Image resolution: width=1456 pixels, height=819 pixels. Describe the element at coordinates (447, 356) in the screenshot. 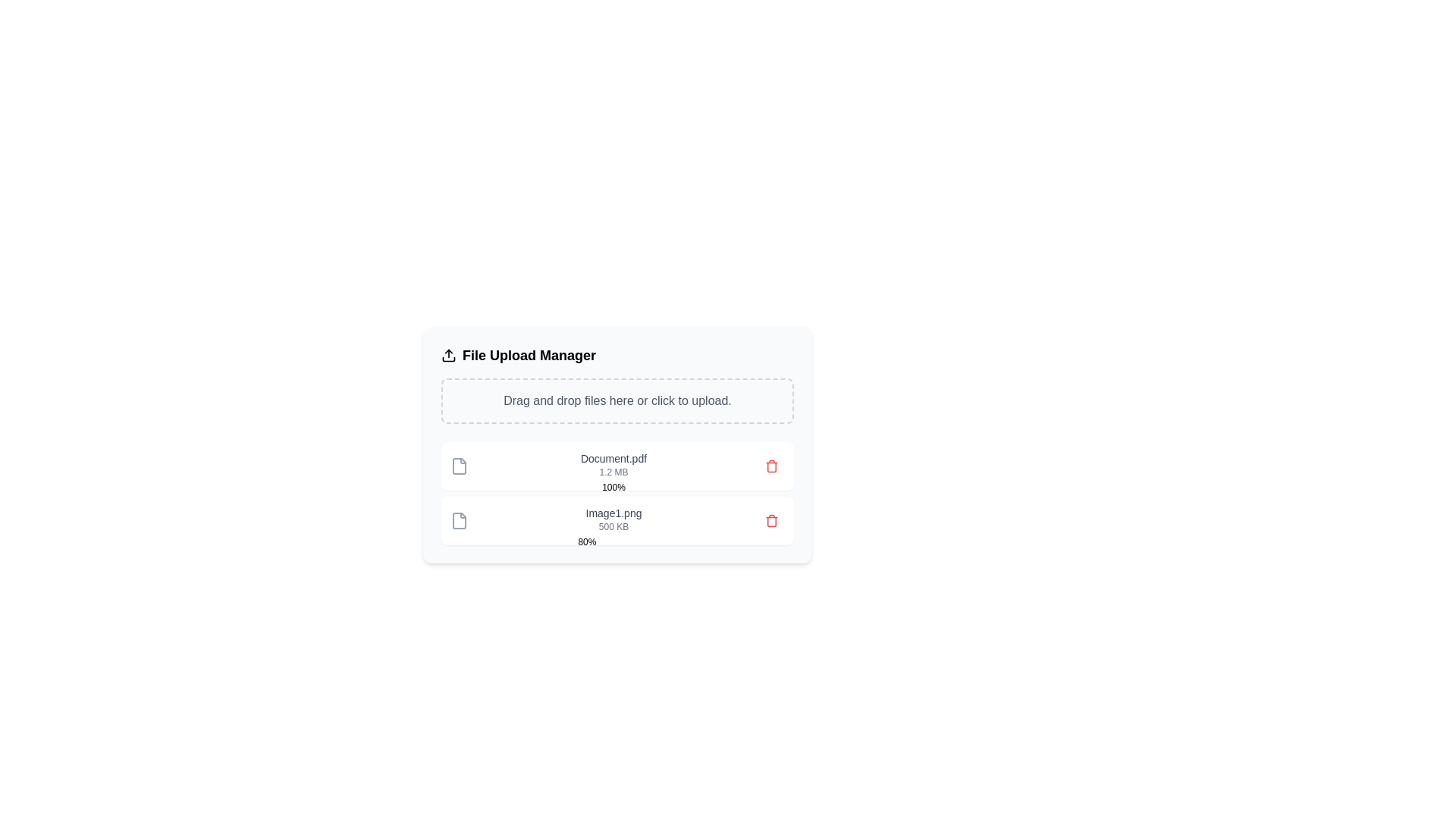

I see `the icon located at the far-left region of the 'File Upload Manager' heading in the file upload management system` at that location.